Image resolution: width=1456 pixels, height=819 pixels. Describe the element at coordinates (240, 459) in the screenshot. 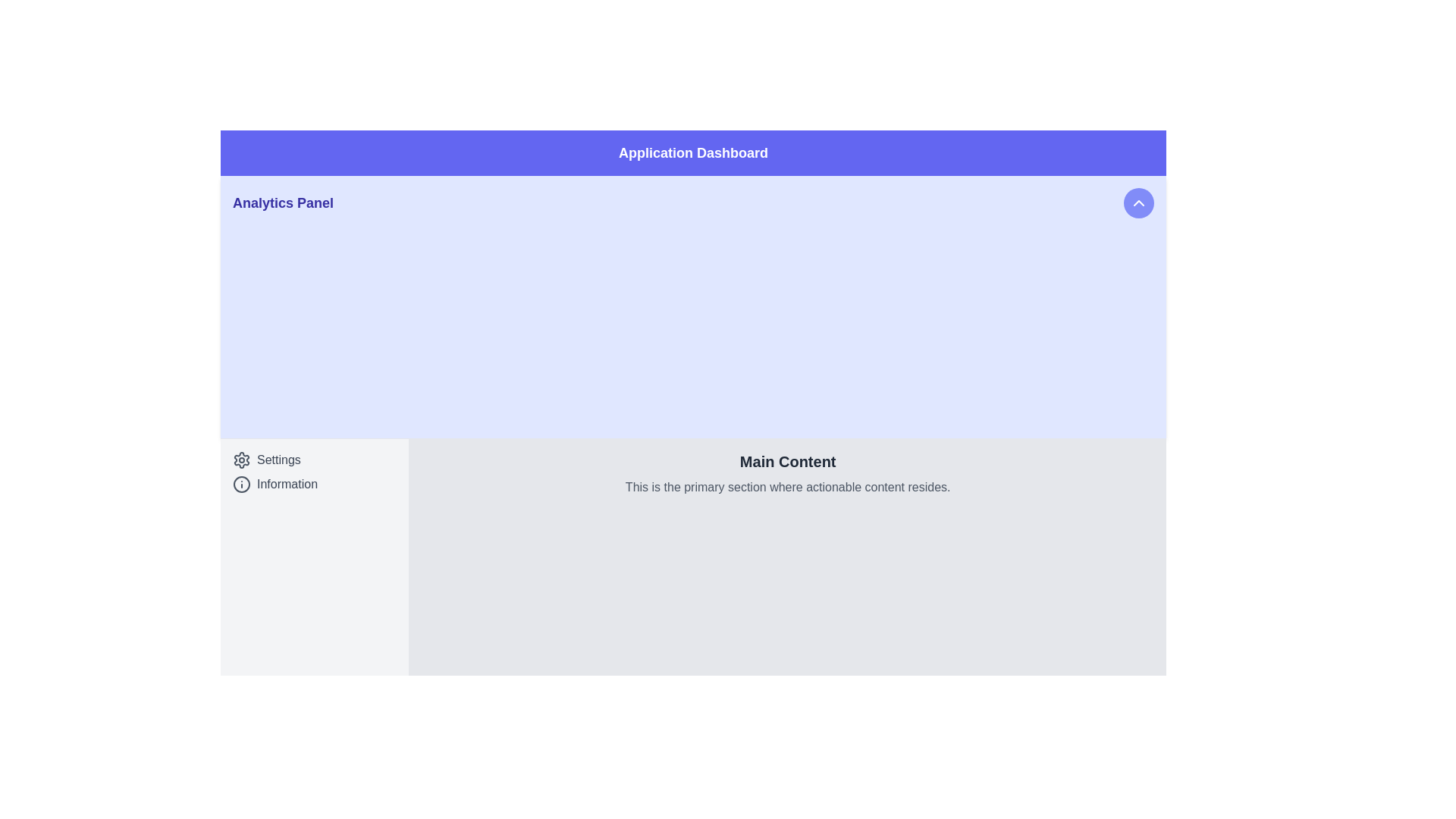

I see `the settings icon located` at that location.